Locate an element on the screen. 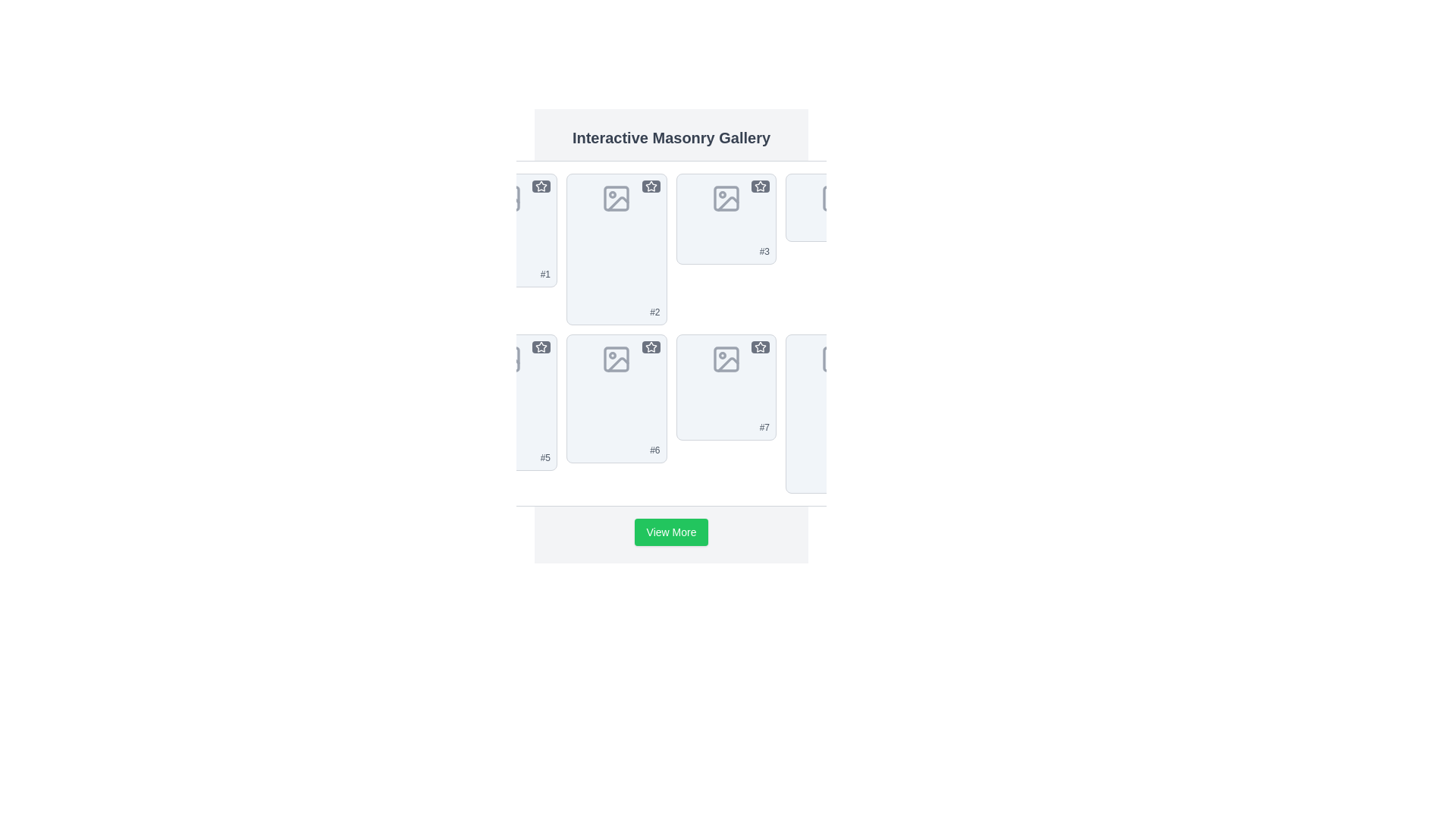 The height and width of the screenshot is (819, 1456). Rectangle with rounded corners that represents a missing or loading image in the gallery, located in the top-right corner of the grid's first row is located at coordinates (835, 198).